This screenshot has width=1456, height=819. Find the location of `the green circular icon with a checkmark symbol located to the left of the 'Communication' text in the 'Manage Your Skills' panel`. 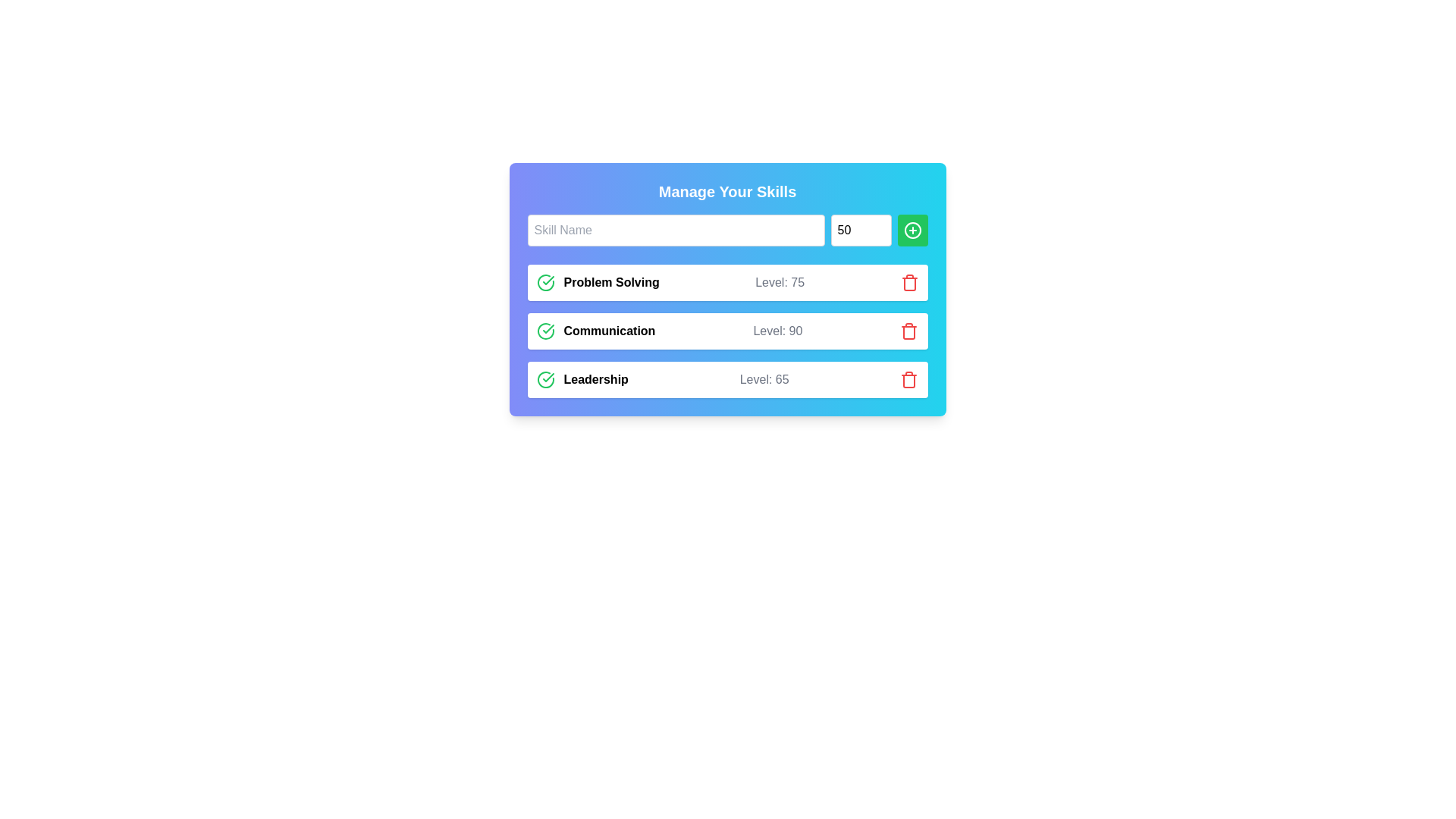

the green circular icon with a checkmark symbol located to the left of the 'Communication' text in the 'Manage Your Skills' panel is located at coordinates (545, 330).